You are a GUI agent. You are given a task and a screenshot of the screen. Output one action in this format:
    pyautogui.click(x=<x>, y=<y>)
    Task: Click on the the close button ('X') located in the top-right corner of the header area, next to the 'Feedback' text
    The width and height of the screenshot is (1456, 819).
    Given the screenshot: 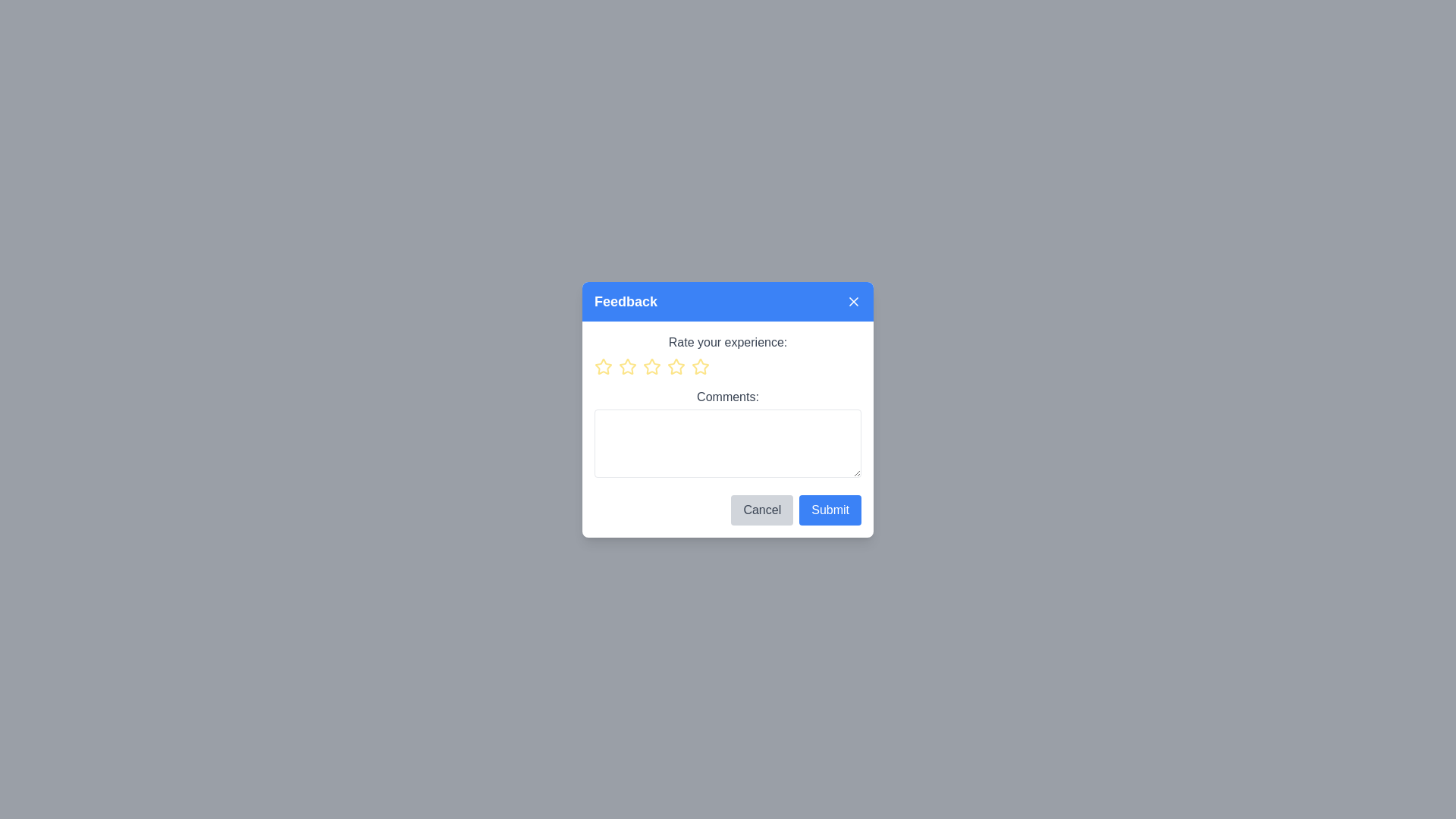 What is the action you would take?
    pyautogui.click(x=854, y=301)
    